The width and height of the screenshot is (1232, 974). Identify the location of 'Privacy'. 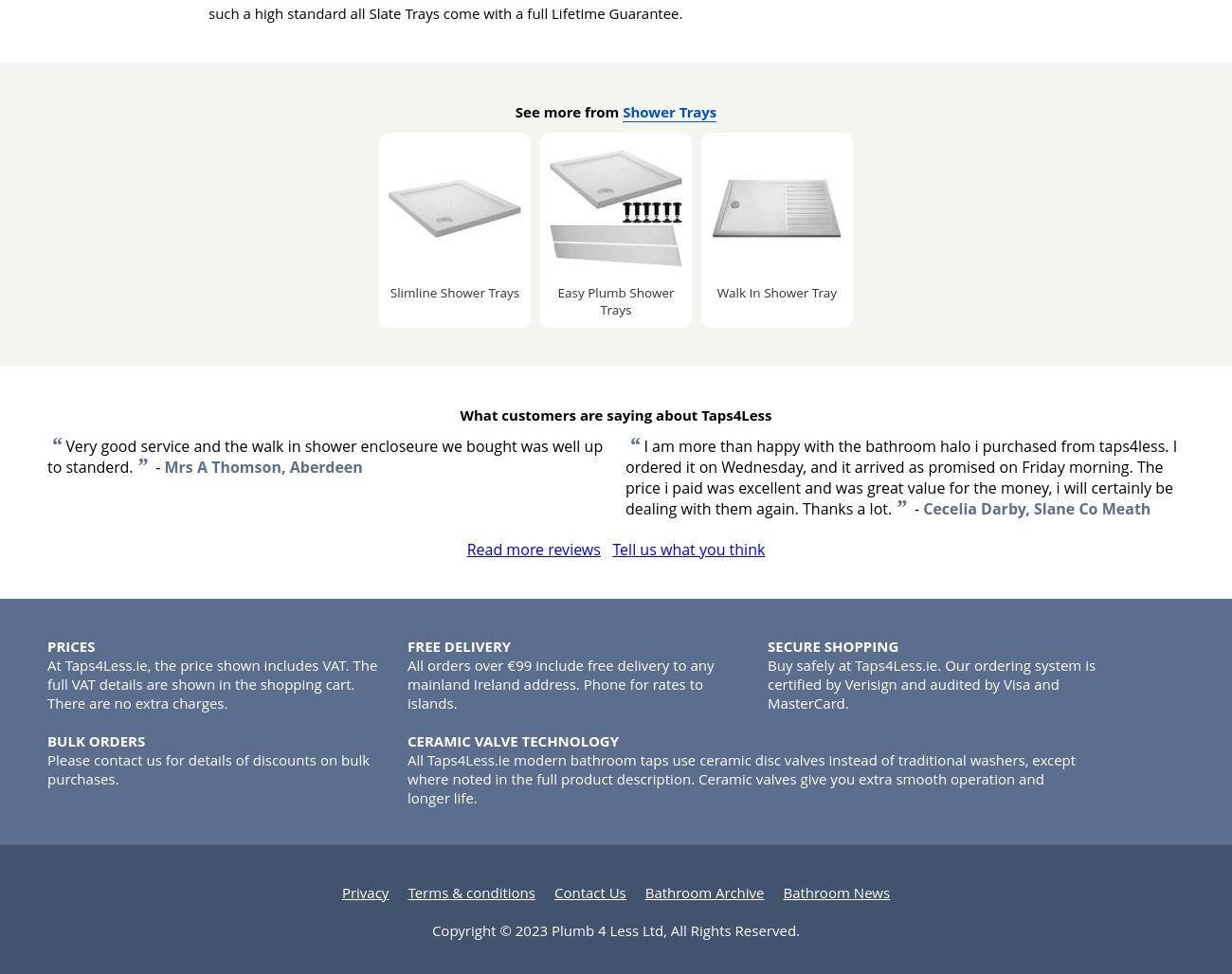
(365, 892).